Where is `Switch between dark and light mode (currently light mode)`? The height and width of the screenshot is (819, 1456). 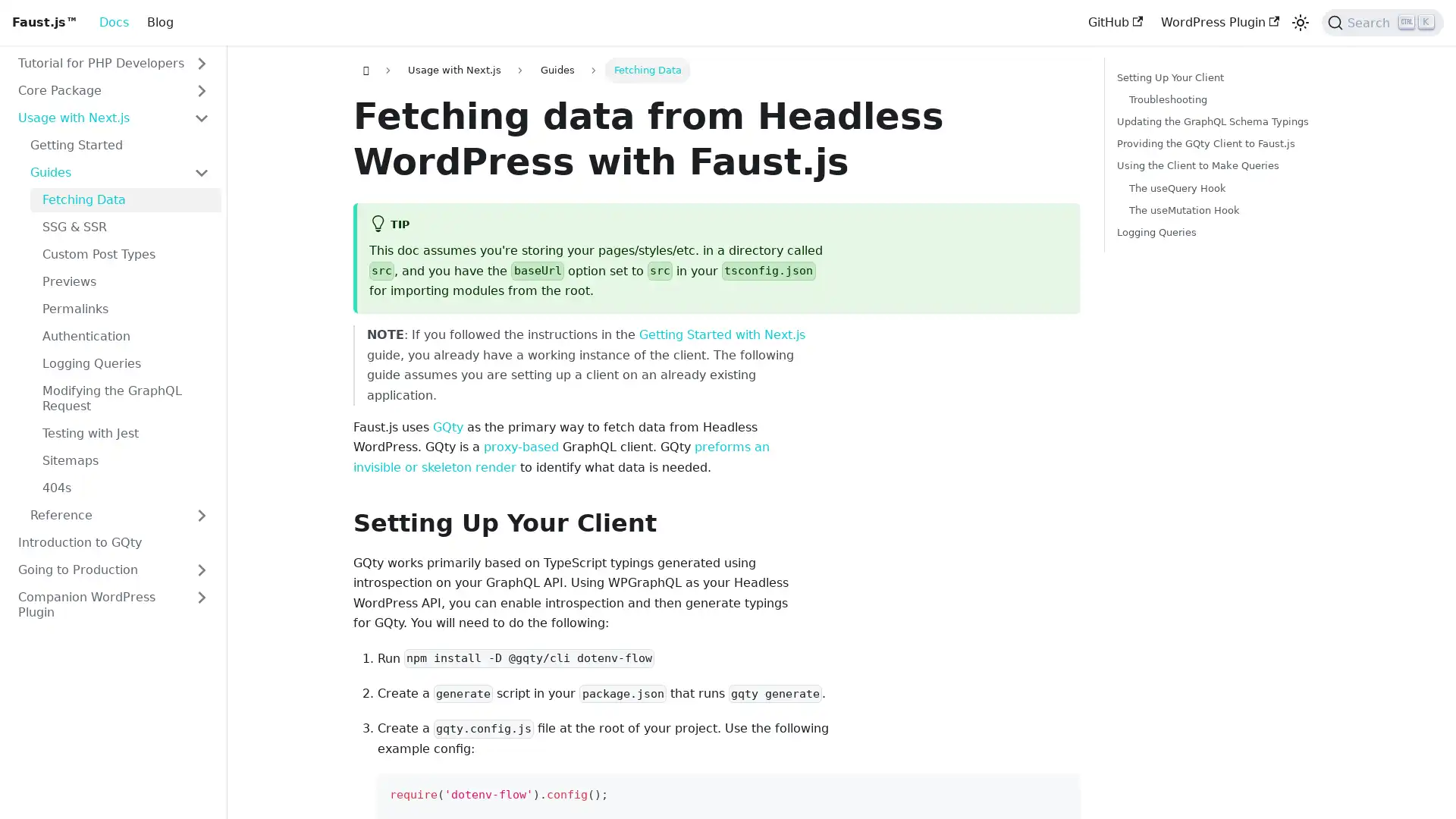
Switch between dark and light mode (currently light mode) is located at coordinates (1299, 23).